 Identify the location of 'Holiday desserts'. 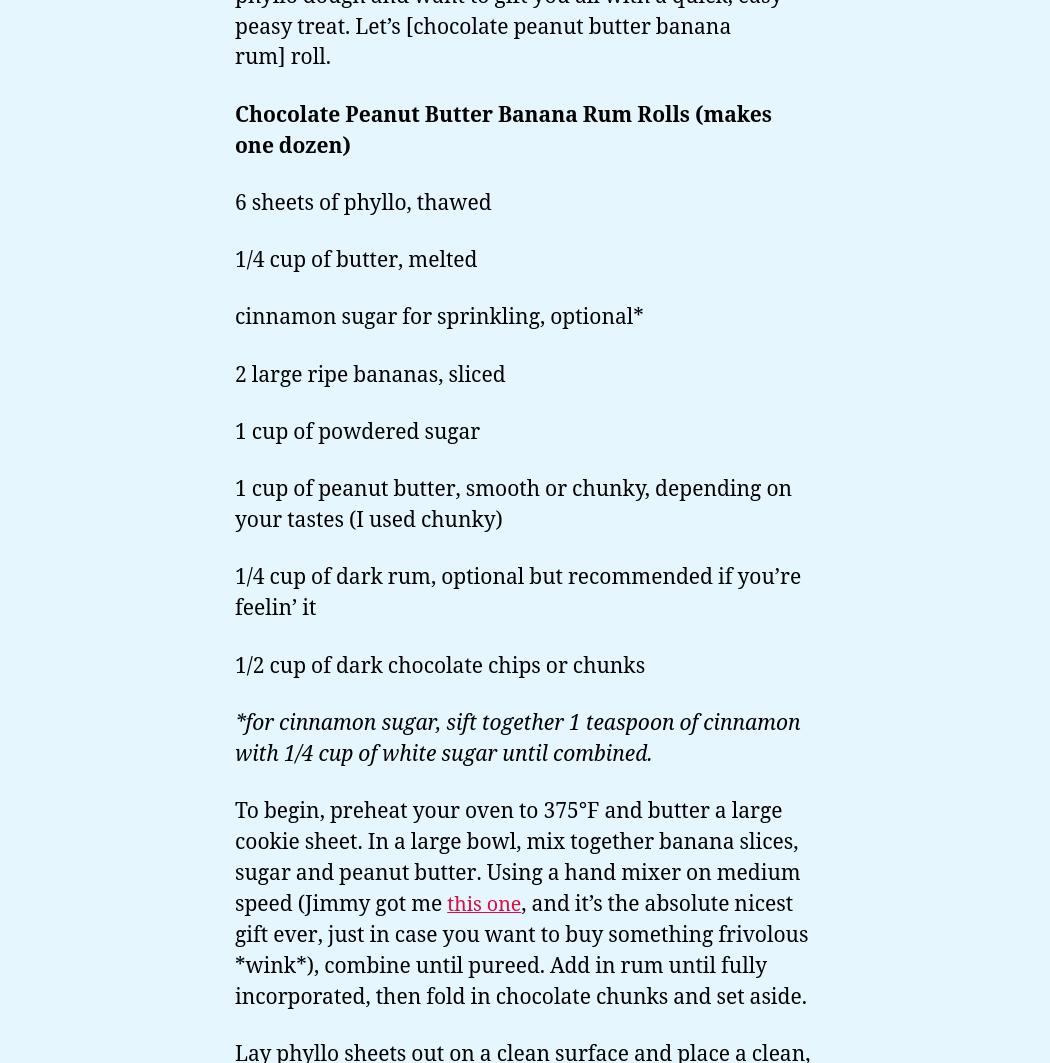
(112, 277).